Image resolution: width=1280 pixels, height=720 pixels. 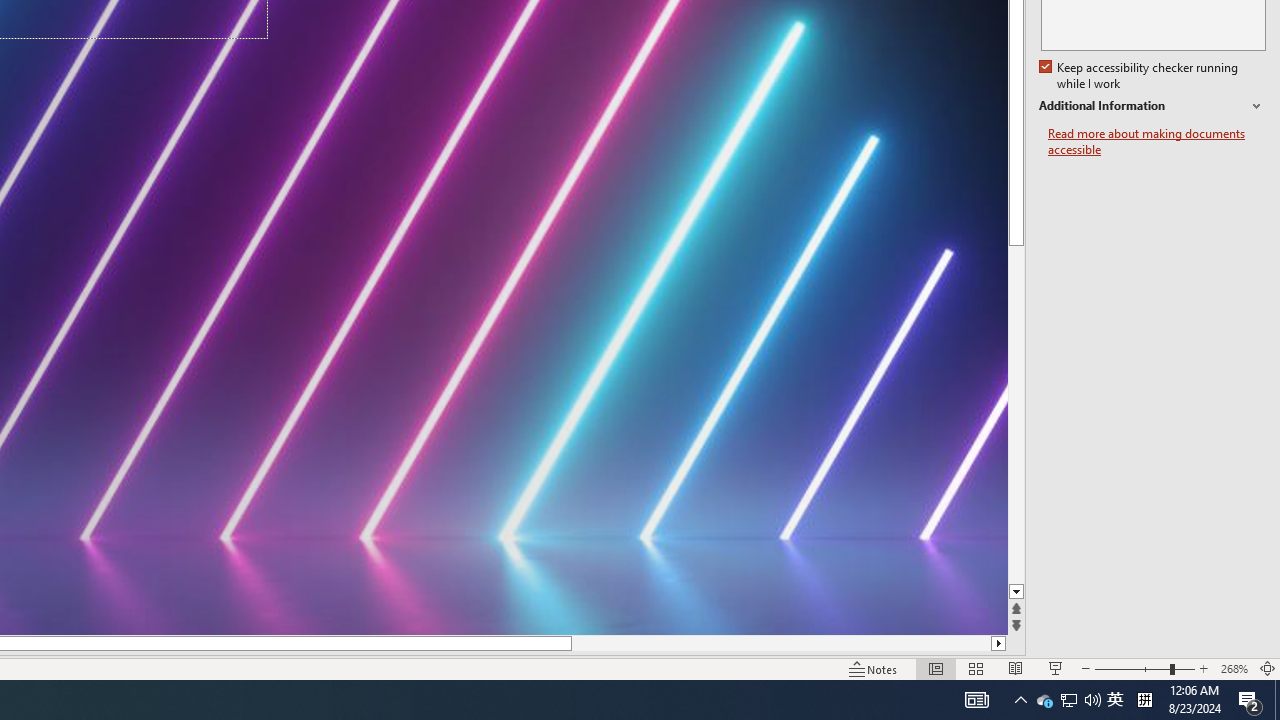 What do you see at coordinates (976, 669) in the screenshot?
I see `'Slide Sorter'` at bounding box center [976, 669].